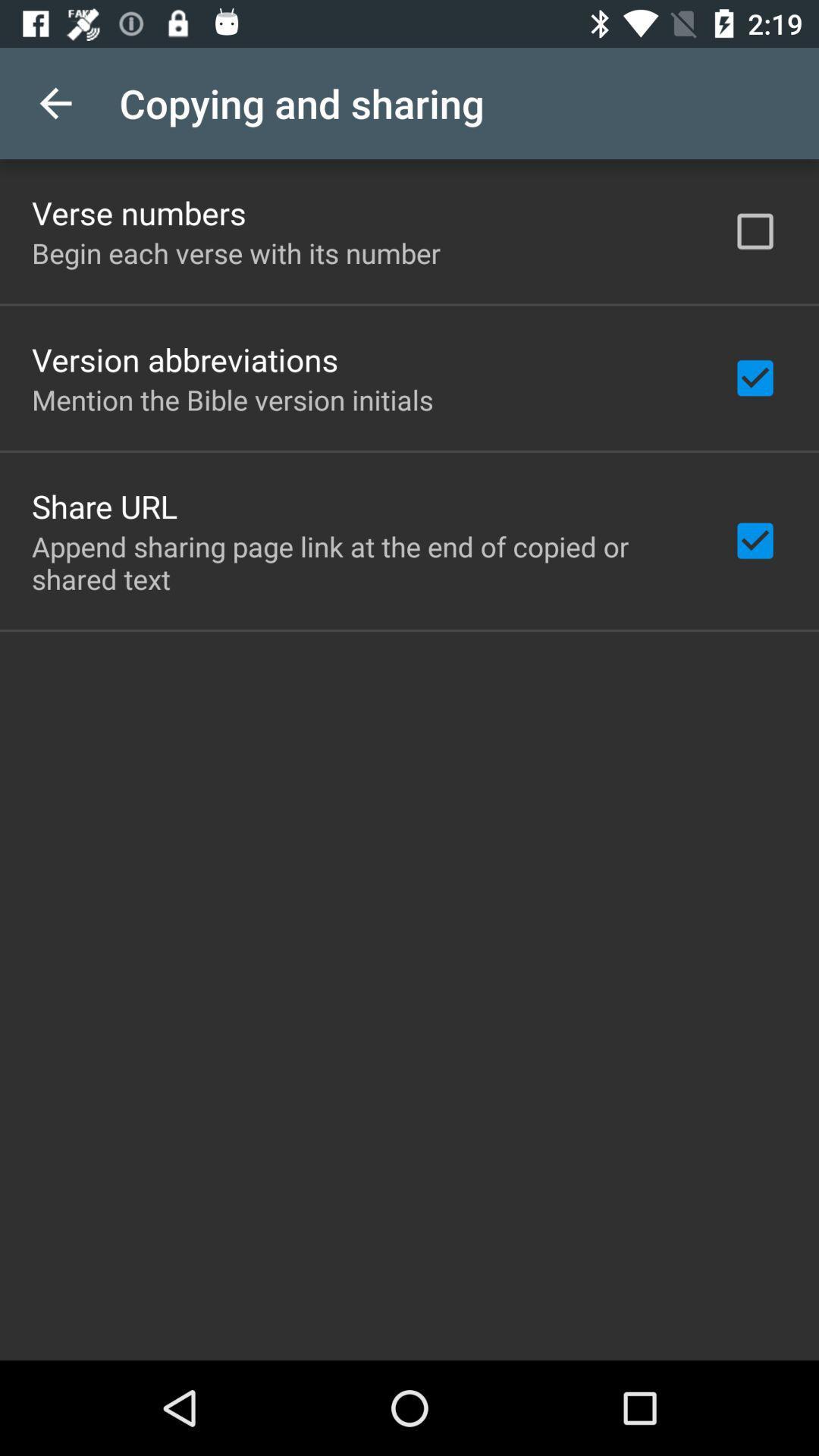 The image size is (819, 1456). I want to click on the item above the version abbreviations, so click(236, 253).